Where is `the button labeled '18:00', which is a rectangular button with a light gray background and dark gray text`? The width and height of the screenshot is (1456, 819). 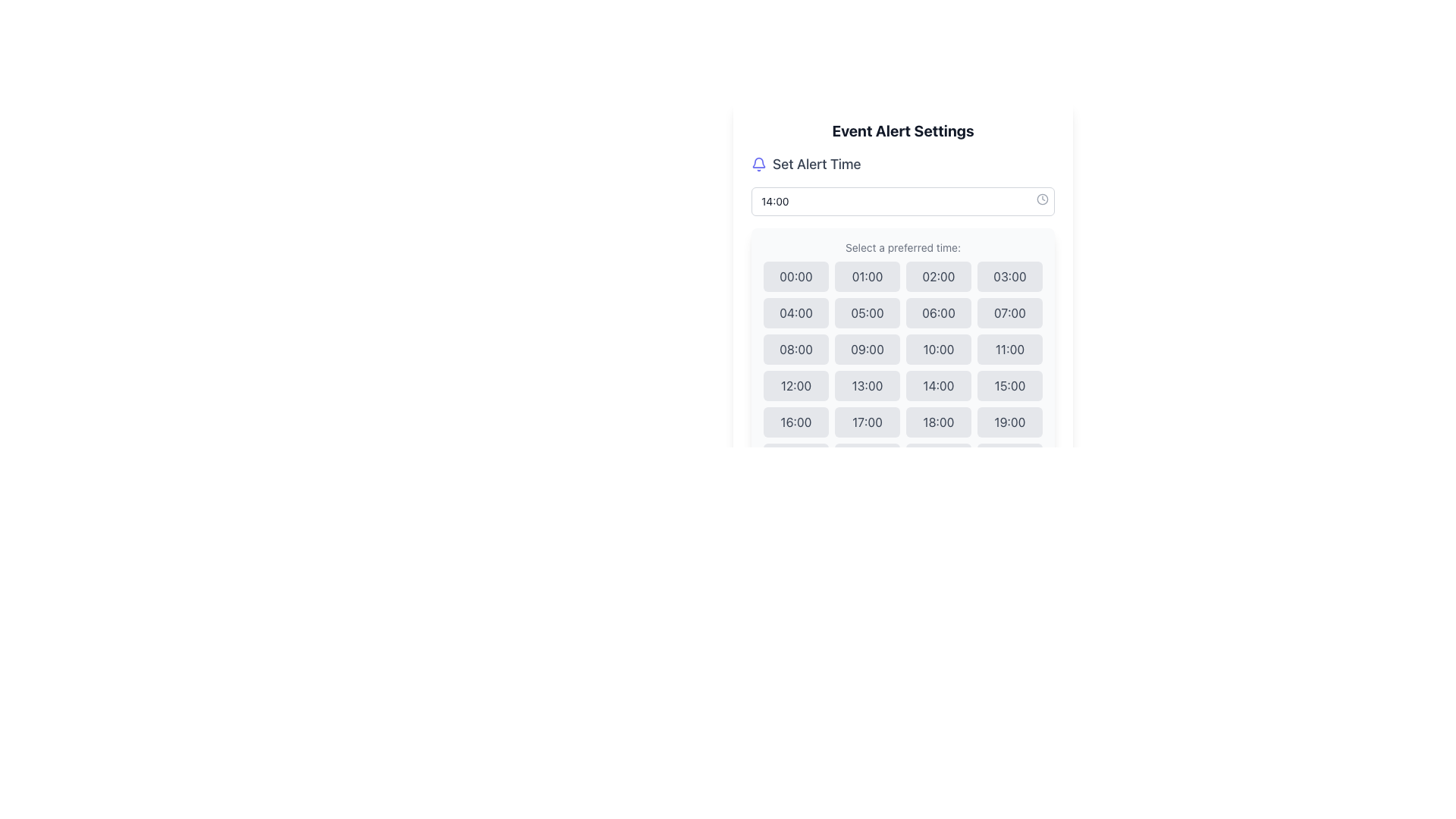
the button labeled '18:00', which is a rectangular button with a light gray background and dark gray text is located at coordinates (938, 422).